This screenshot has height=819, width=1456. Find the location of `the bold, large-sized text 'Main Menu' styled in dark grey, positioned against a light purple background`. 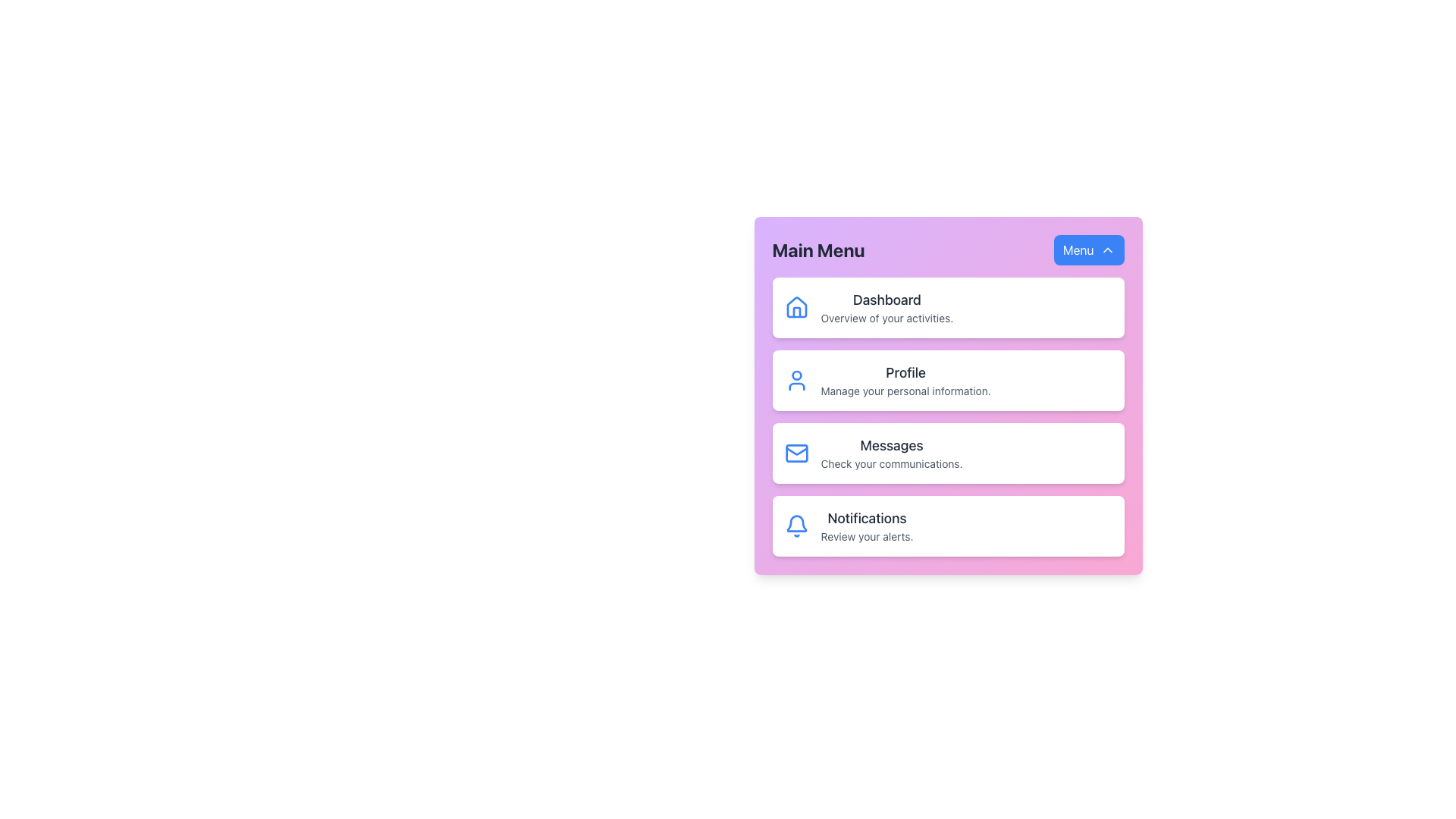

the bold, large-sized text 'Main Menu' styled in dark grey, positioned against a light purple background is located at coordinates (817, 249).